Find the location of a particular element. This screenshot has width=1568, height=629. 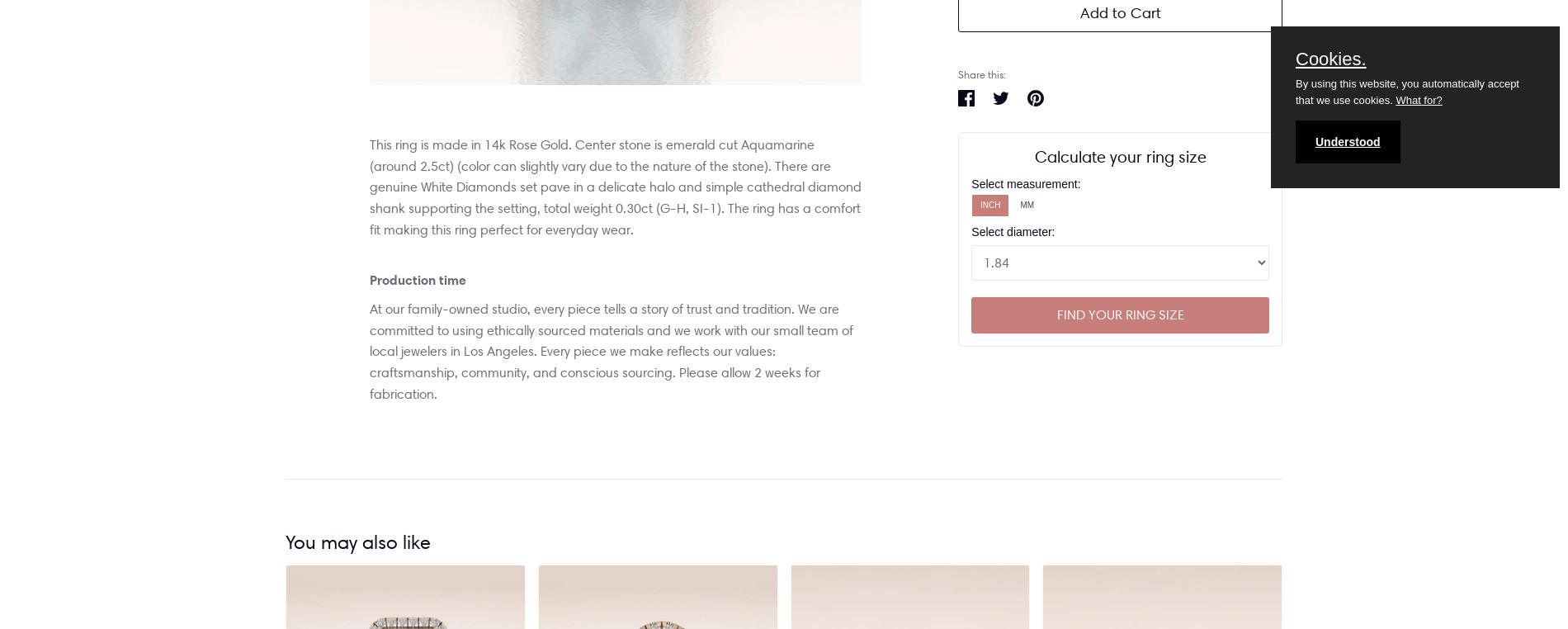

'Select diameter:' is located at coordinates (1012, 230).